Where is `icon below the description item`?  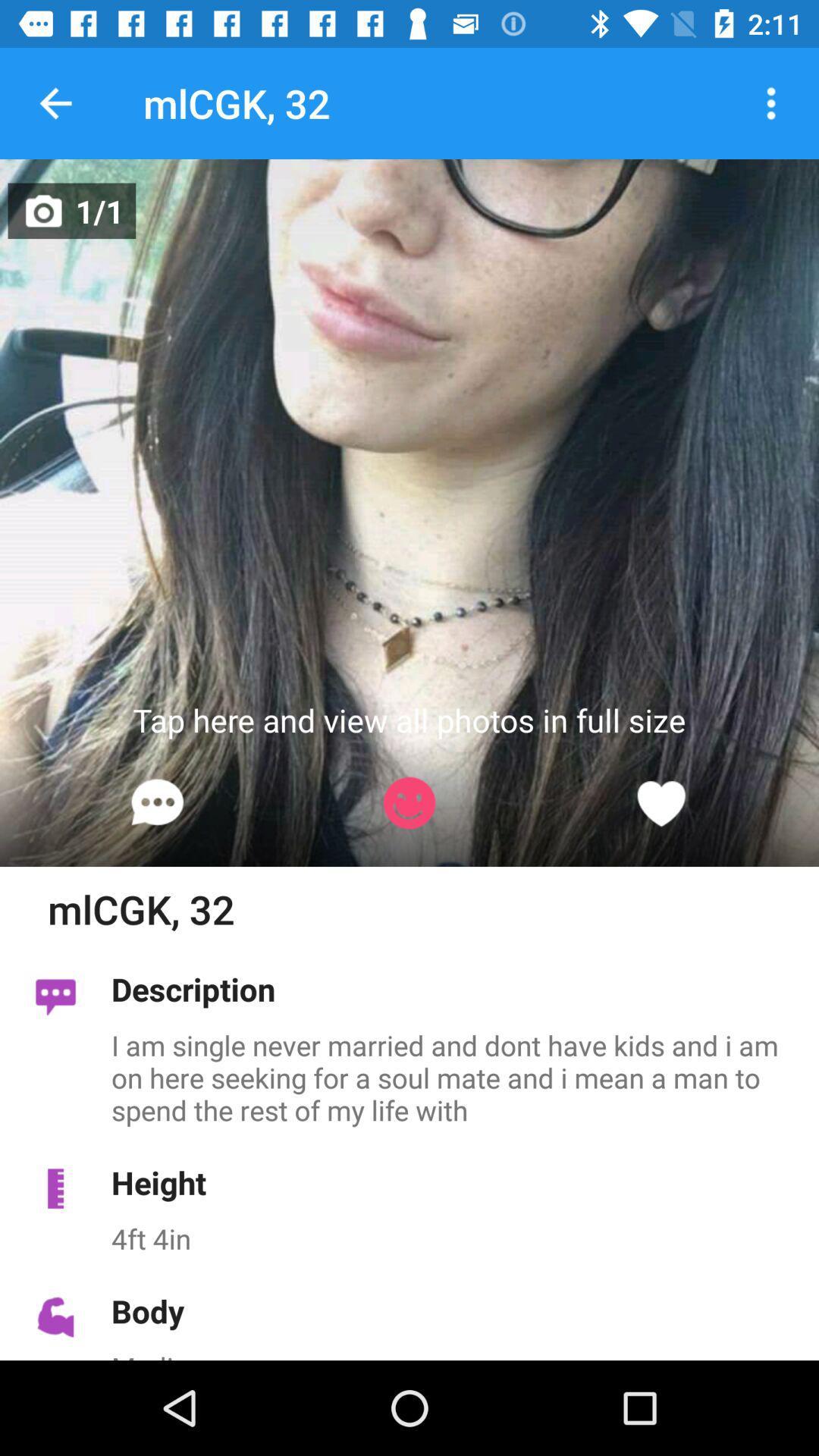 icon below the description item is located at coordinates (456, 1077).